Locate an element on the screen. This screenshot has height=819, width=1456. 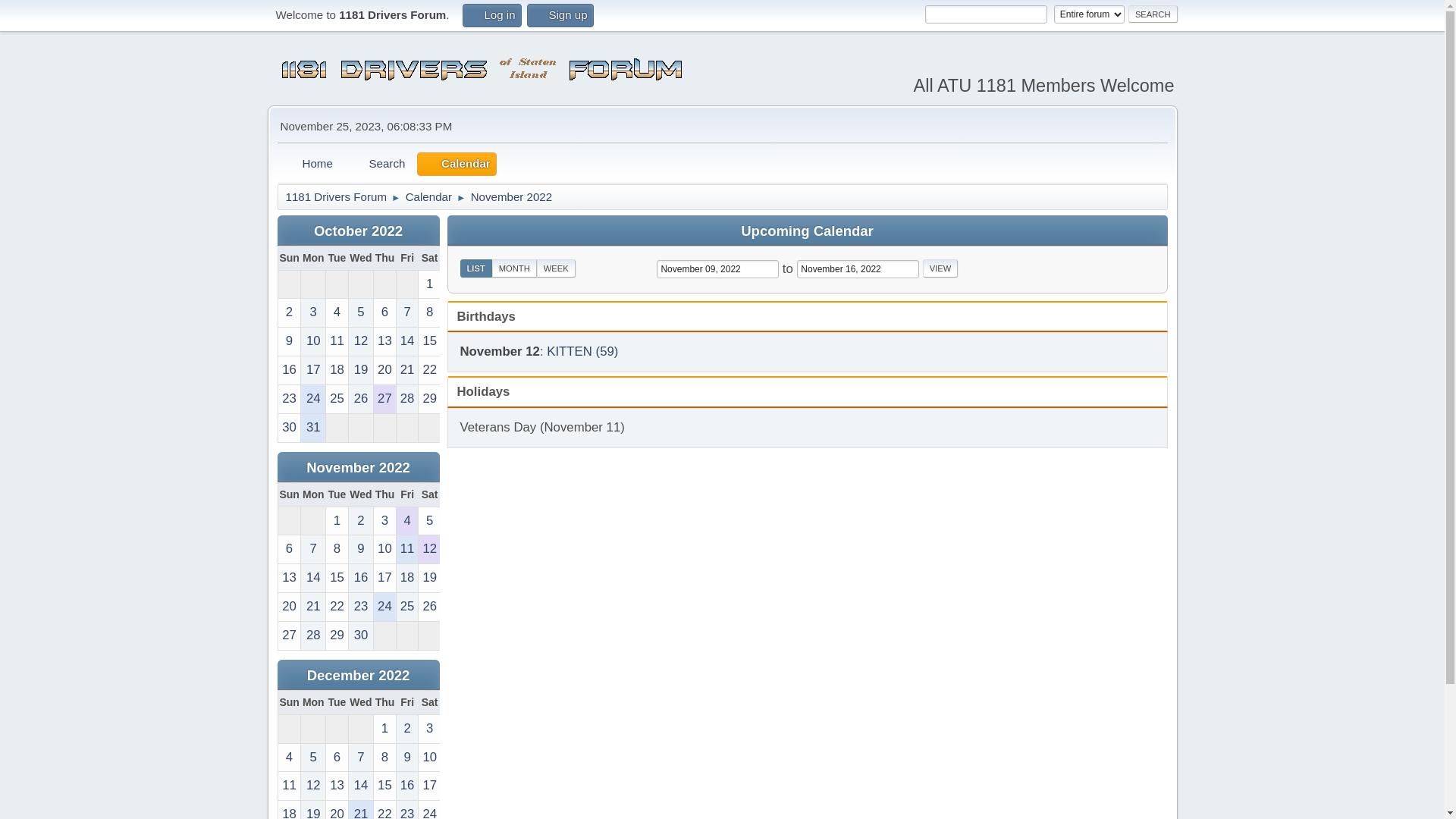
'31' is located at coordinates (301, 428).